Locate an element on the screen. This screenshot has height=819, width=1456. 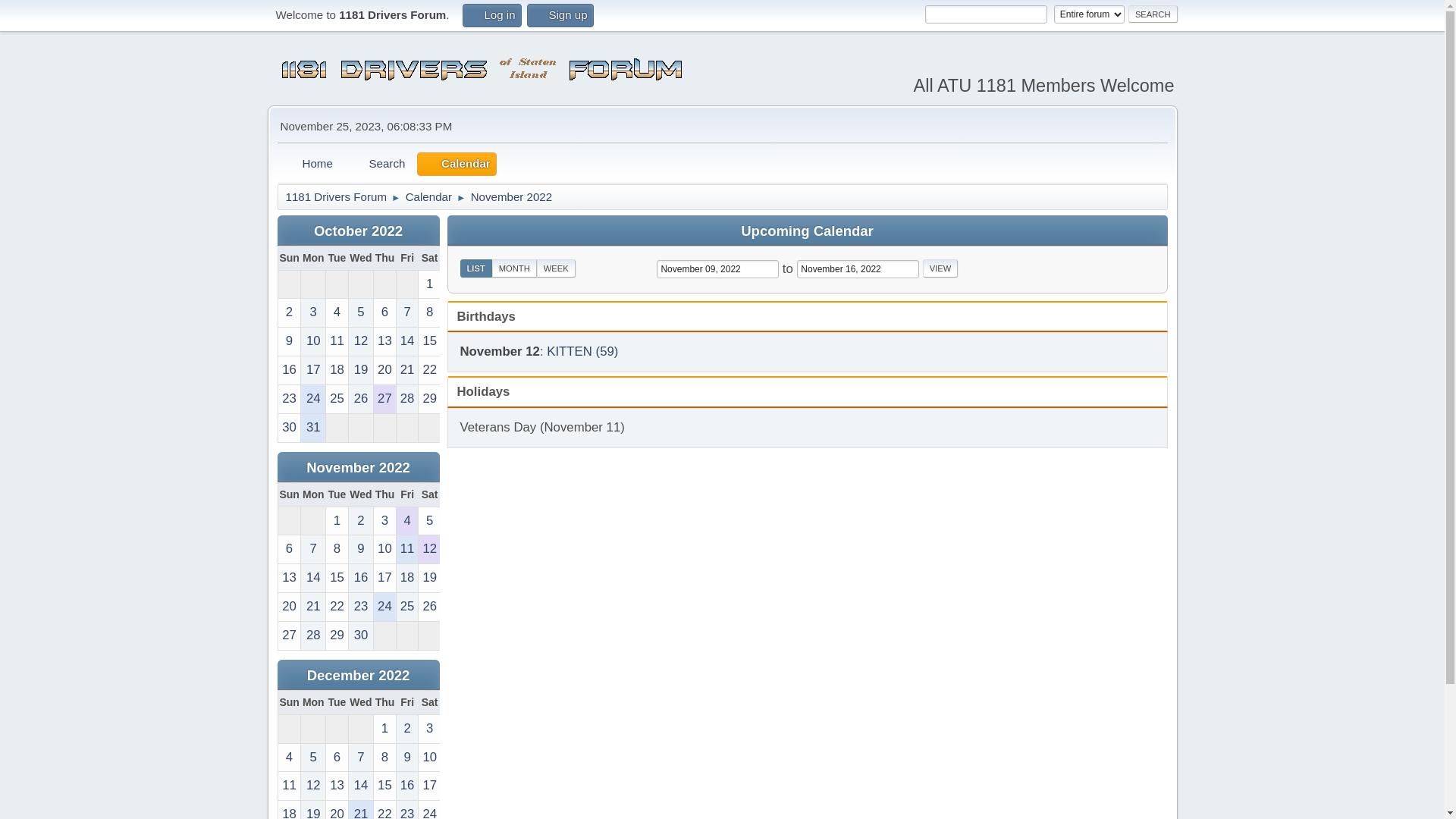
'31' is located at coordinates (301, 428).